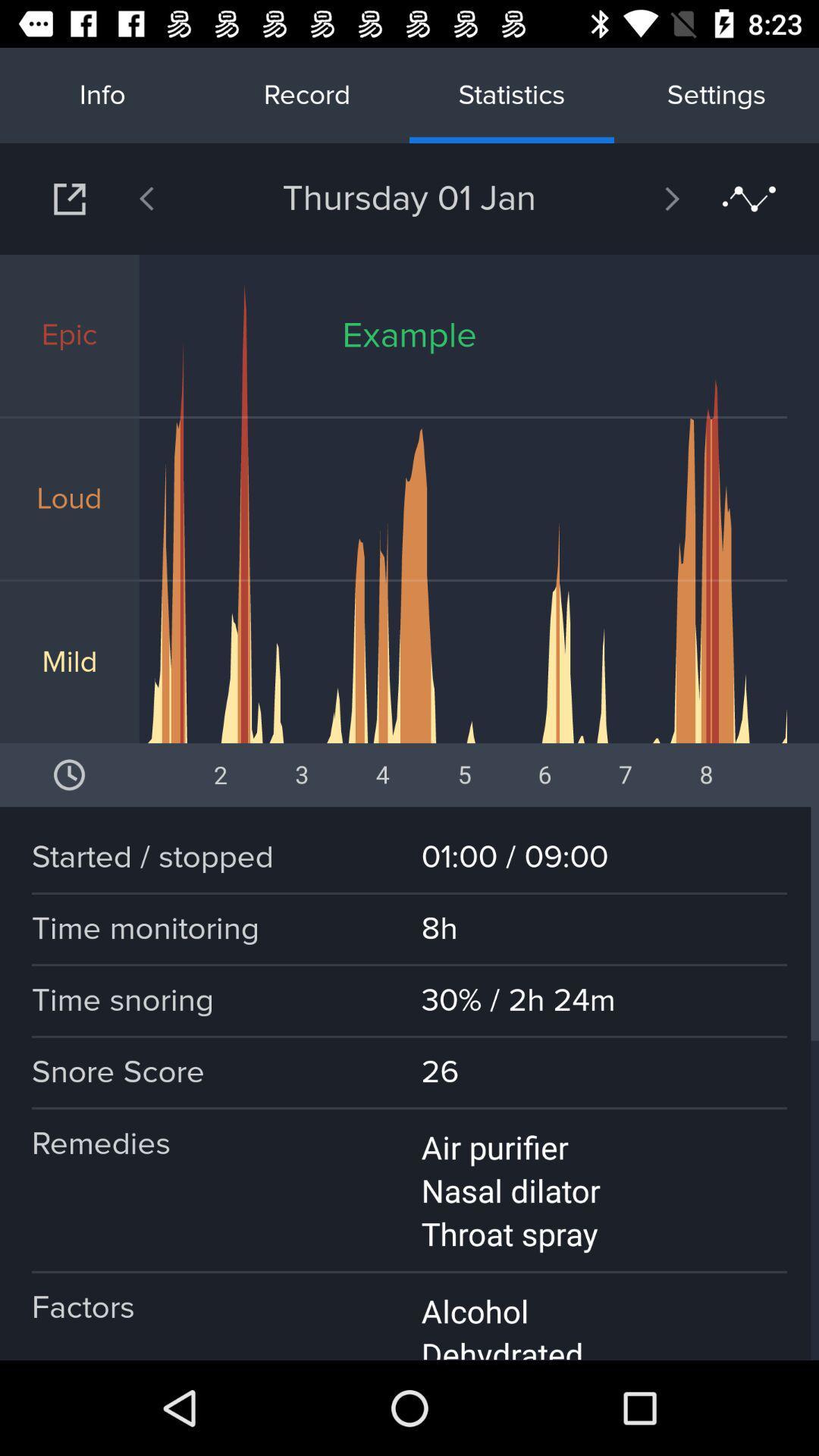  Describe the element at coordinates (632, 198) in the screenshot. I see `next day` at that location.